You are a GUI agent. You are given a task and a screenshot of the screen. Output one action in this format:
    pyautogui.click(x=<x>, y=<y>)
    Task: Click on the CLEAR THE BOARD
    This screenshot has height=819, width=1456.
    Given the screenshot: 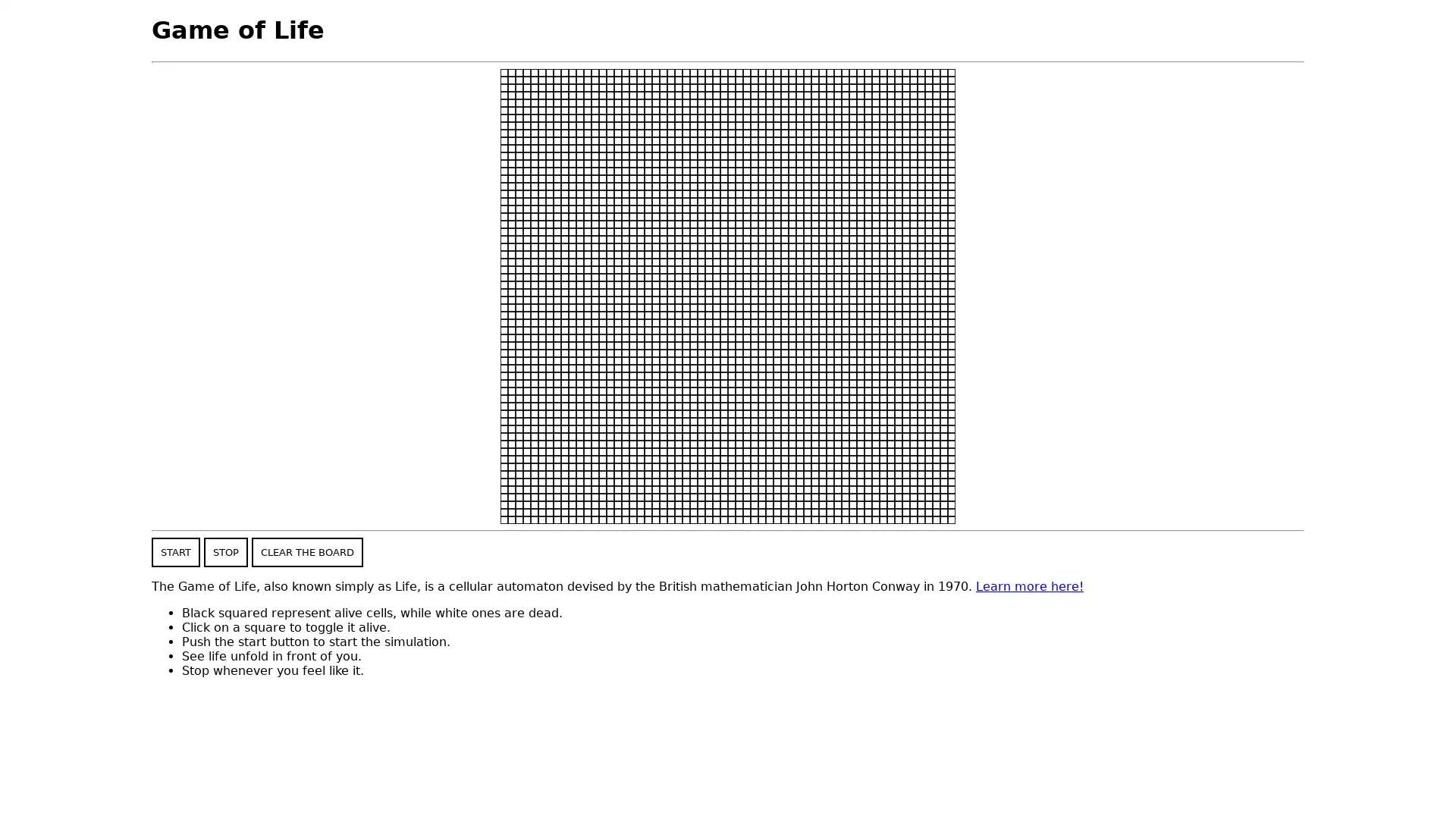 What is the action you would take?
    pyautogui.click(x=306, y=551)
    